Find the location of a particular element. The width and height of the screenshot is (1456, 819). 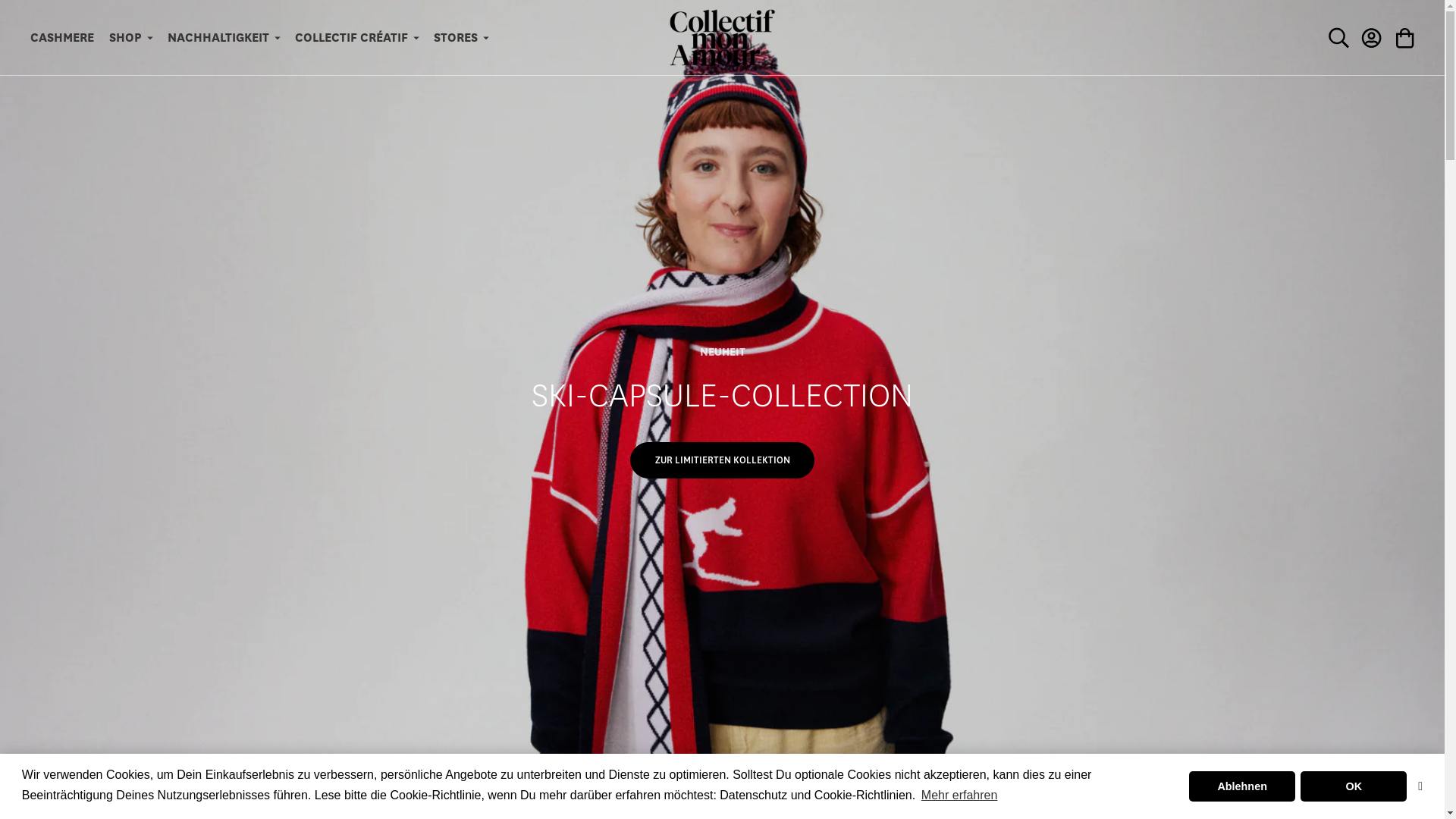

'OK' is located at coordinates (1354, 786).